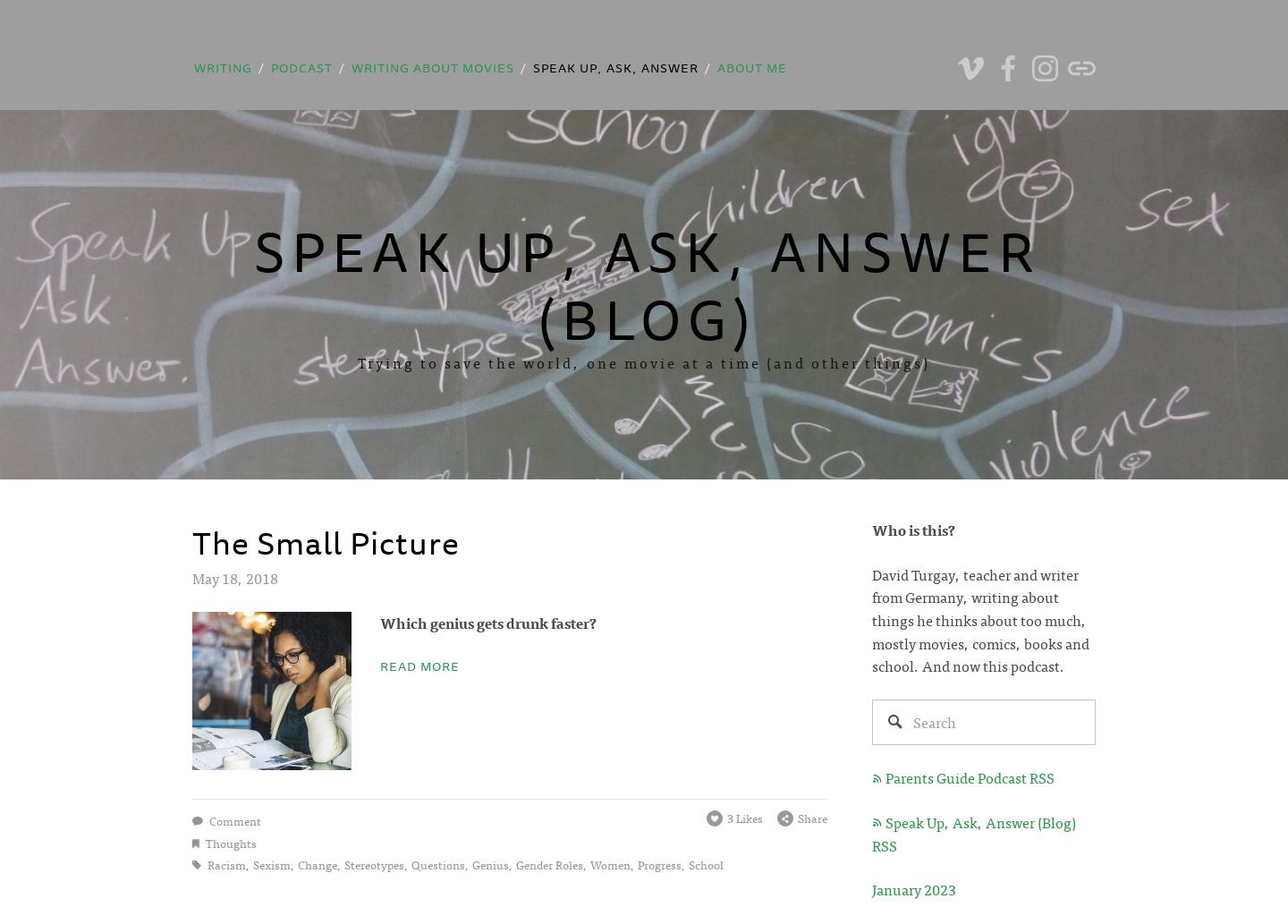  I want to click on 'questions', so click(410, 863).